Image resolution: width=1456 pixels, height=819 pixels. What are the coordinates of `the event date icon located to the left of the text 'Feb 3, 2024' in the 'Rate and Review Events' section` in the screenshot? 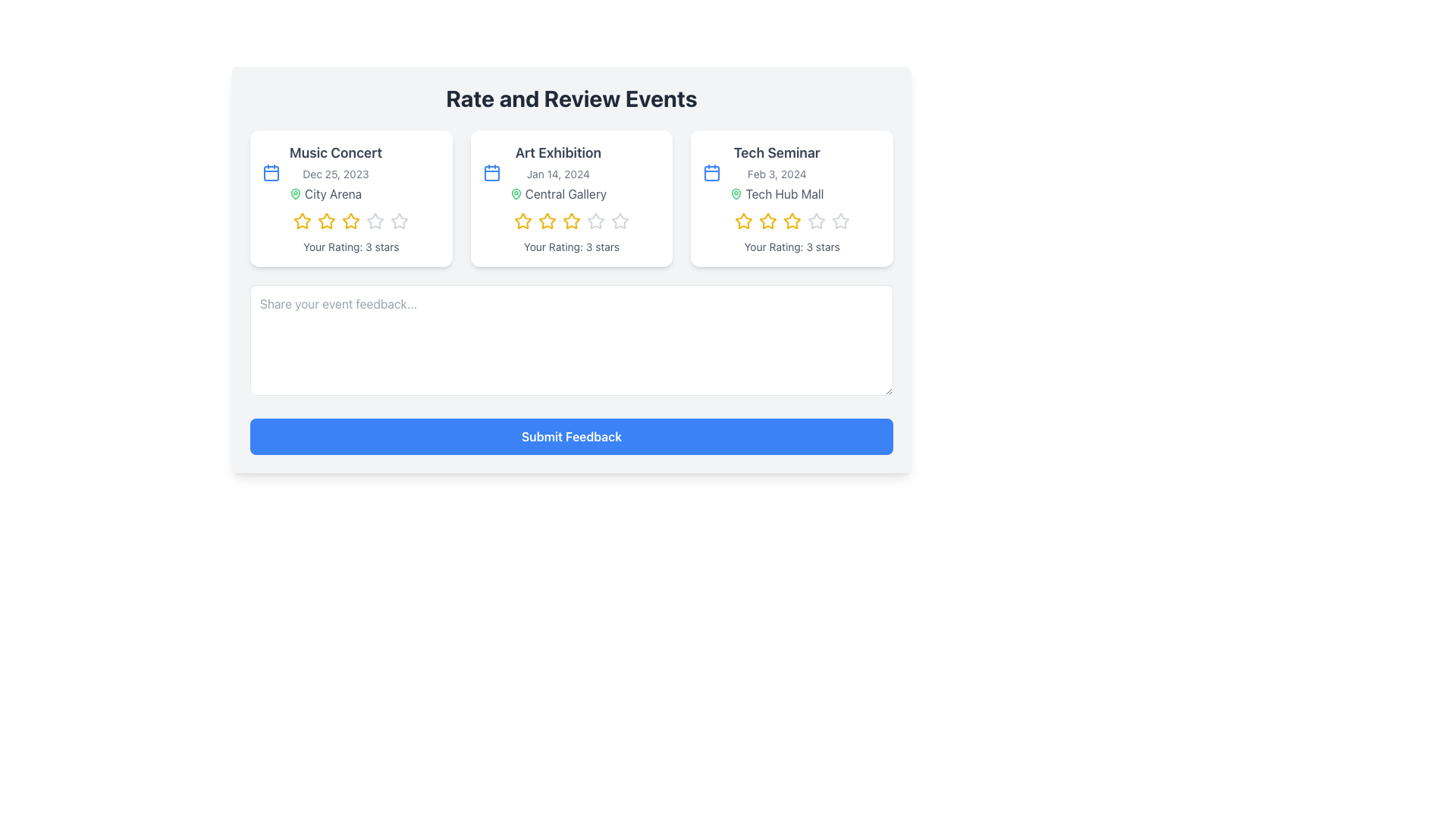 It's located at (711, 171).